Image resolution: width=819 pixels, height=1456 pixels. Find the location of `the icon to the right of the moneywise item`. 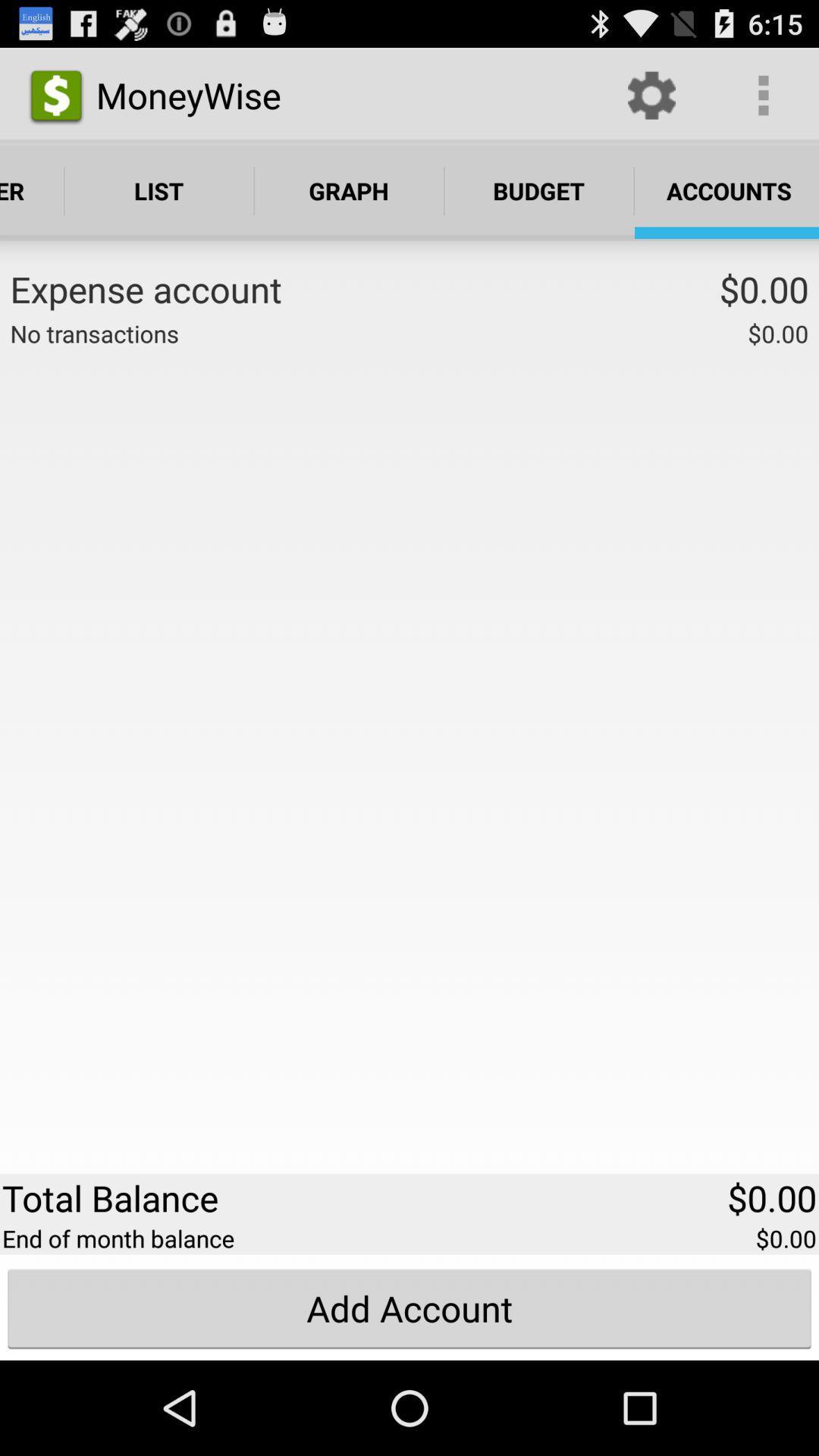

the icon to the right of the moneywise item is located at coordinates (651, 94).